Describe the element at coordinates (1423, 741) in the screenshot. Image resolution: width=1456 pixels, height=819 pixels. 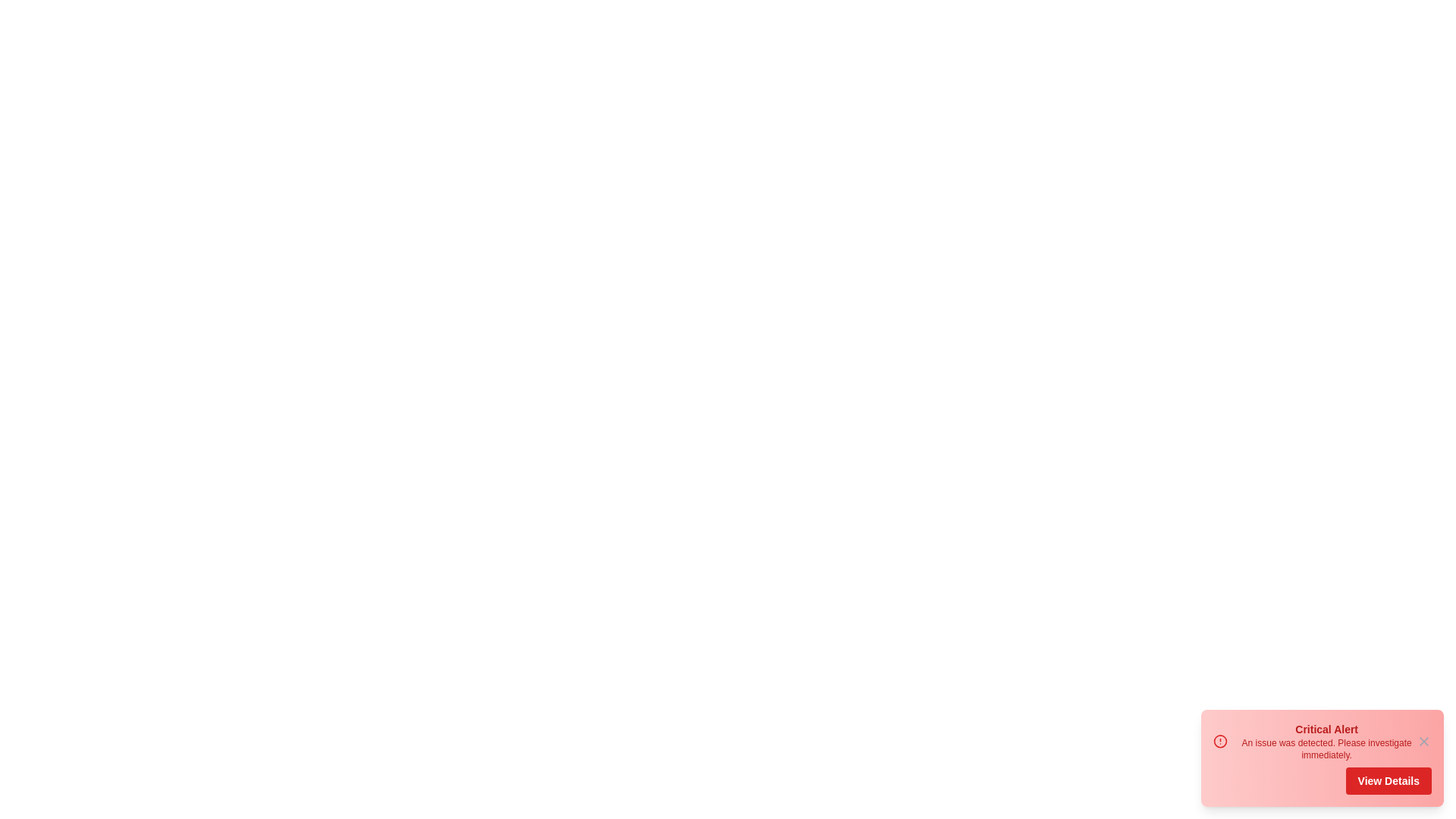
I see `the close button to dismiss the alert` at that location.